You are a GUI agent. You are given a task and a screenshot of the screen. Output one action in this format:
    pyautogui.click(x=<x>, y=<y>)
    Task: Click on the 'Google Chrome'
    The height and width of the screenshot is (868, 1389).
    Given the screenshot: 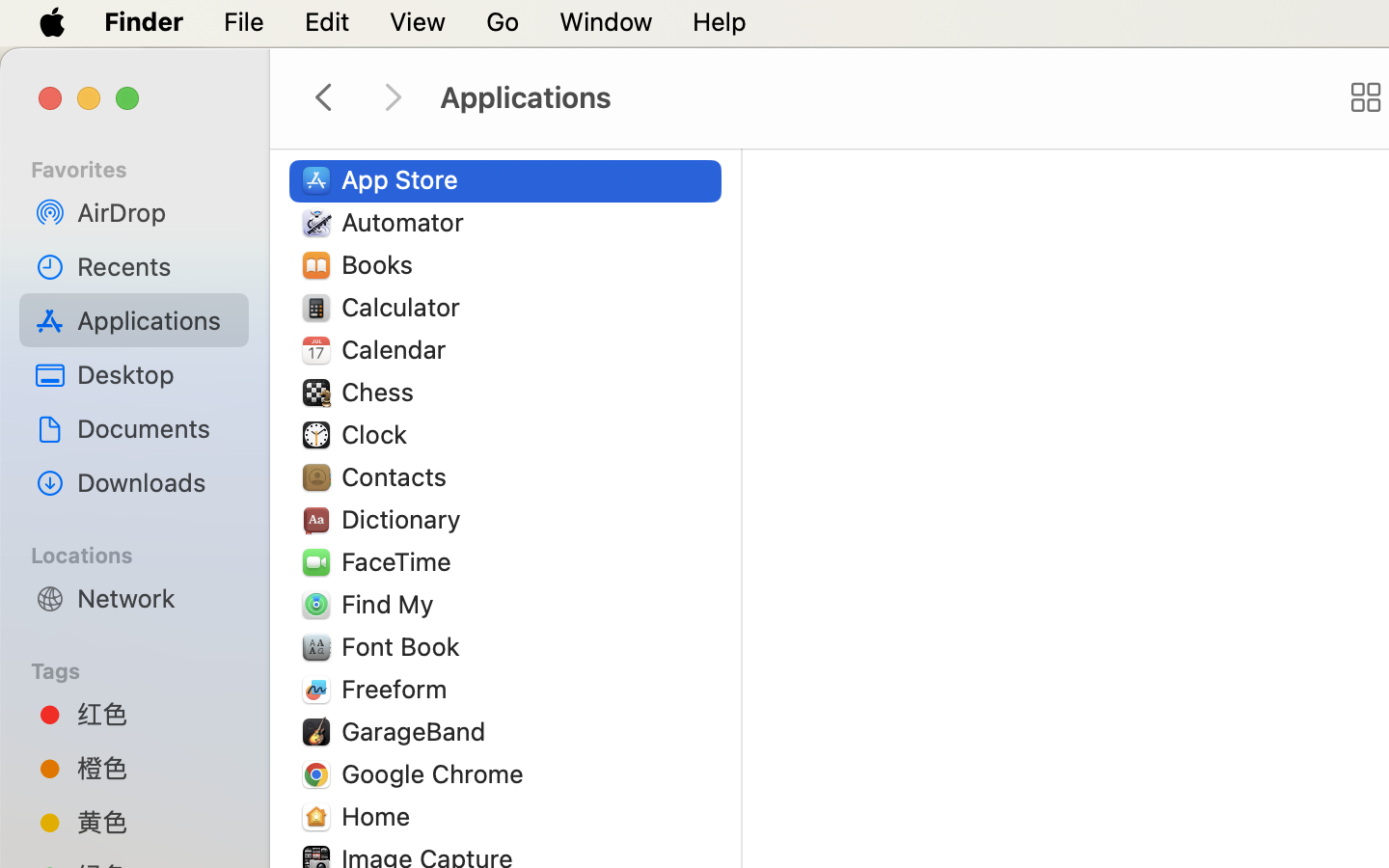 What is the action you would take?
    pyautogui.click(x=437, y=773)
    